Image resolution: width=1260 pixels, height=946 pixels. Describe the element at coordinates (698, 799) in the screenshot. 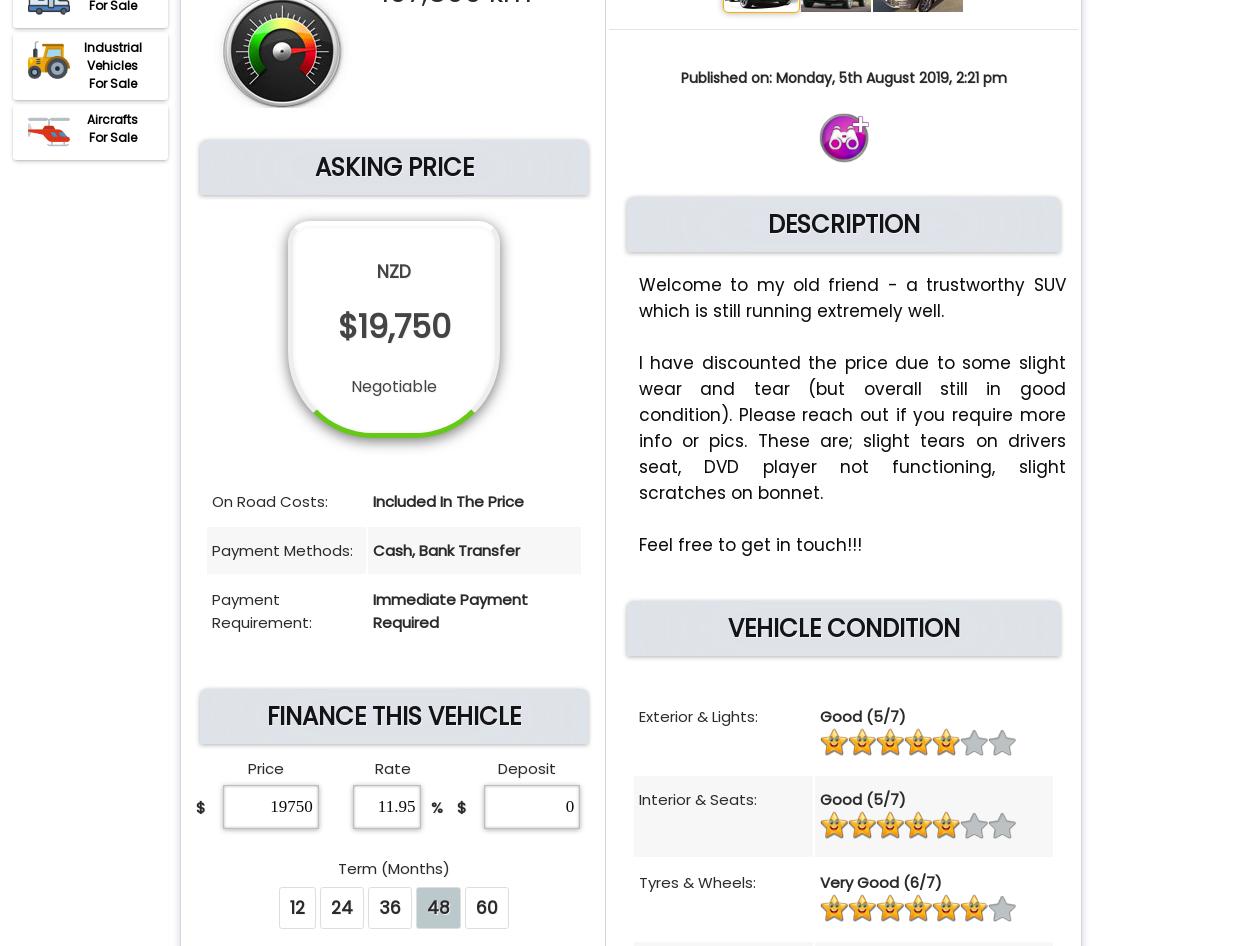

I see `'Interior & Seats:'` at that location.